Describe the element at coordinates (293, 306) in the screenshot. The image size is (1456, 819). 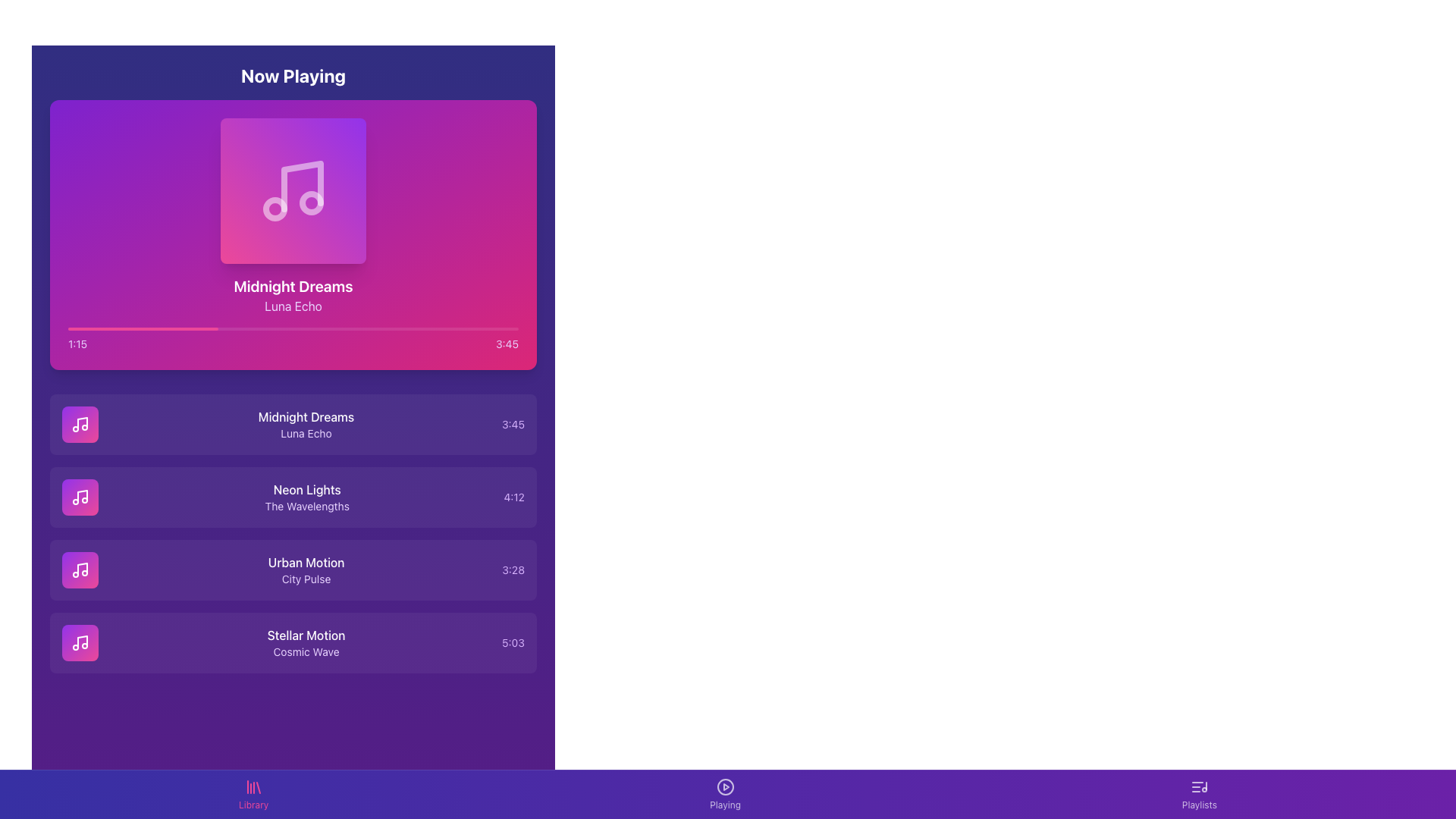
I see `the text label that serves as a subtitle or complementary information indicating the artist or additional metadata about the currently displayed song, positioned directly beneath the 'Midnight Dreams' text` at that location.